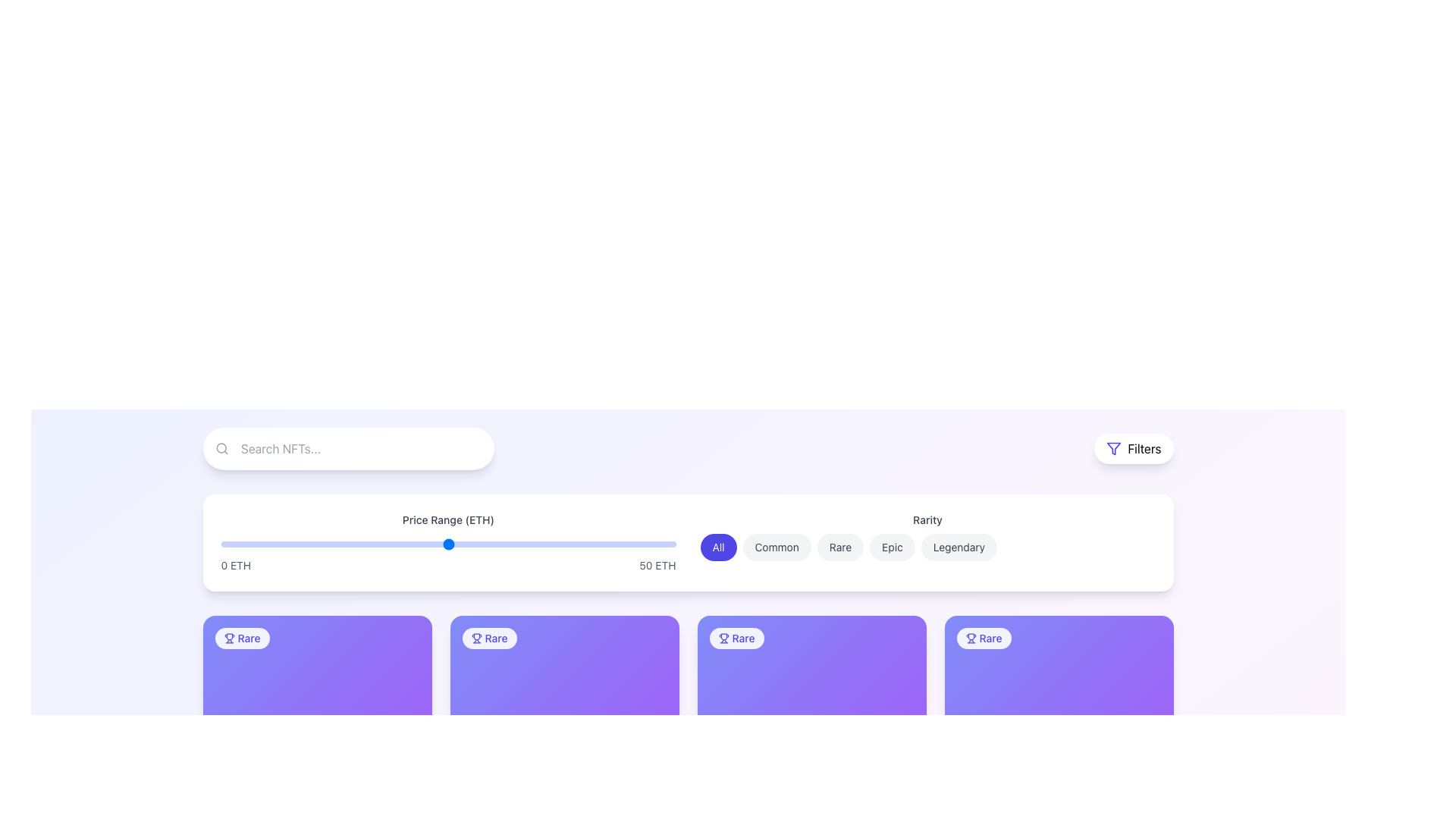 The height and width of the screenshot is (819, 1456). I want to click on the price range slider, so click(284, 543).